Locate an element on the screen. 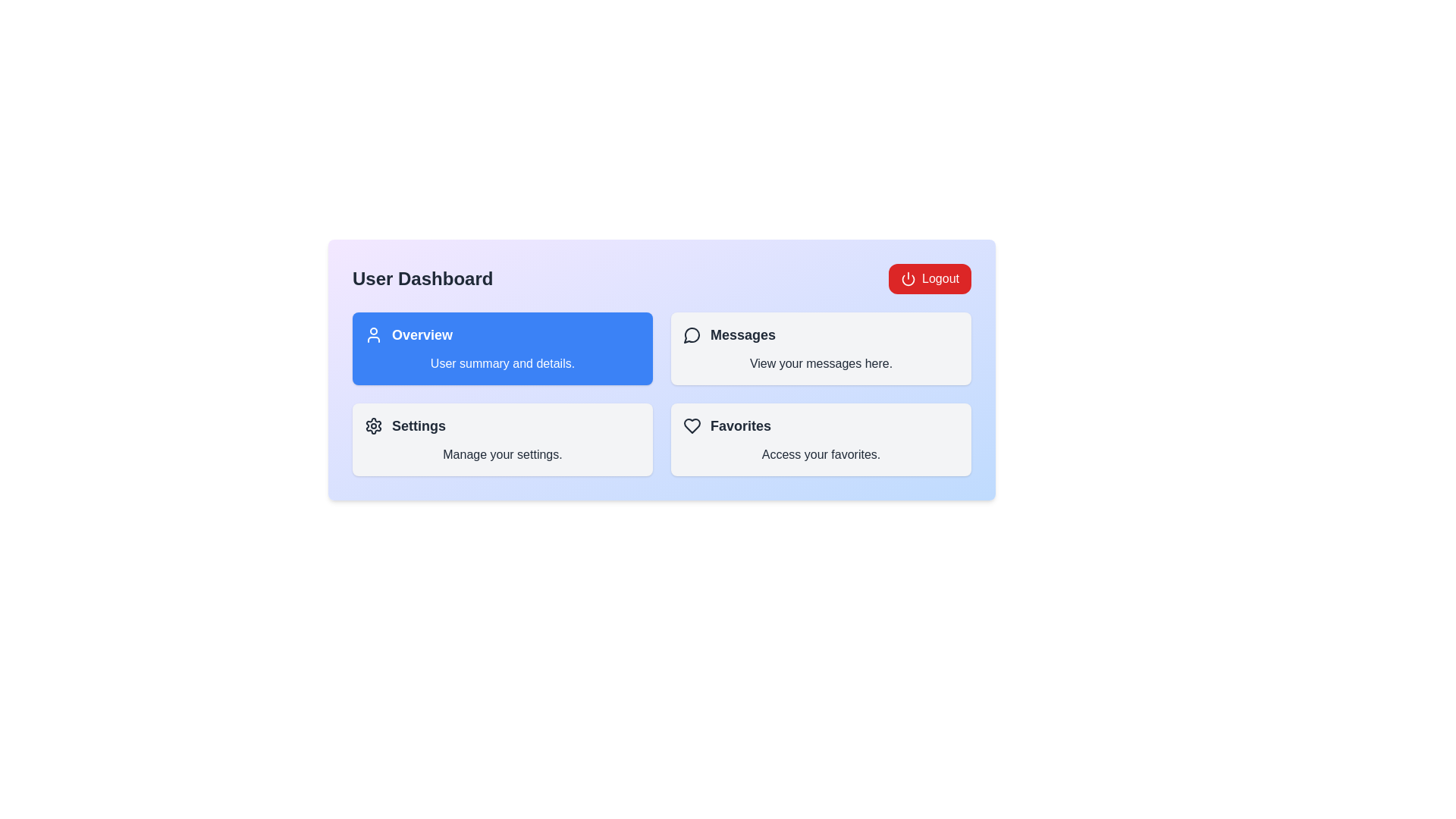 The width and height of the screenshot is (1456, 819). the 'Settings' icon located in the bottom-left quadrant of the main dashboard area, next to the text 'Manage your settings.' is located at coordinates (374, 426).